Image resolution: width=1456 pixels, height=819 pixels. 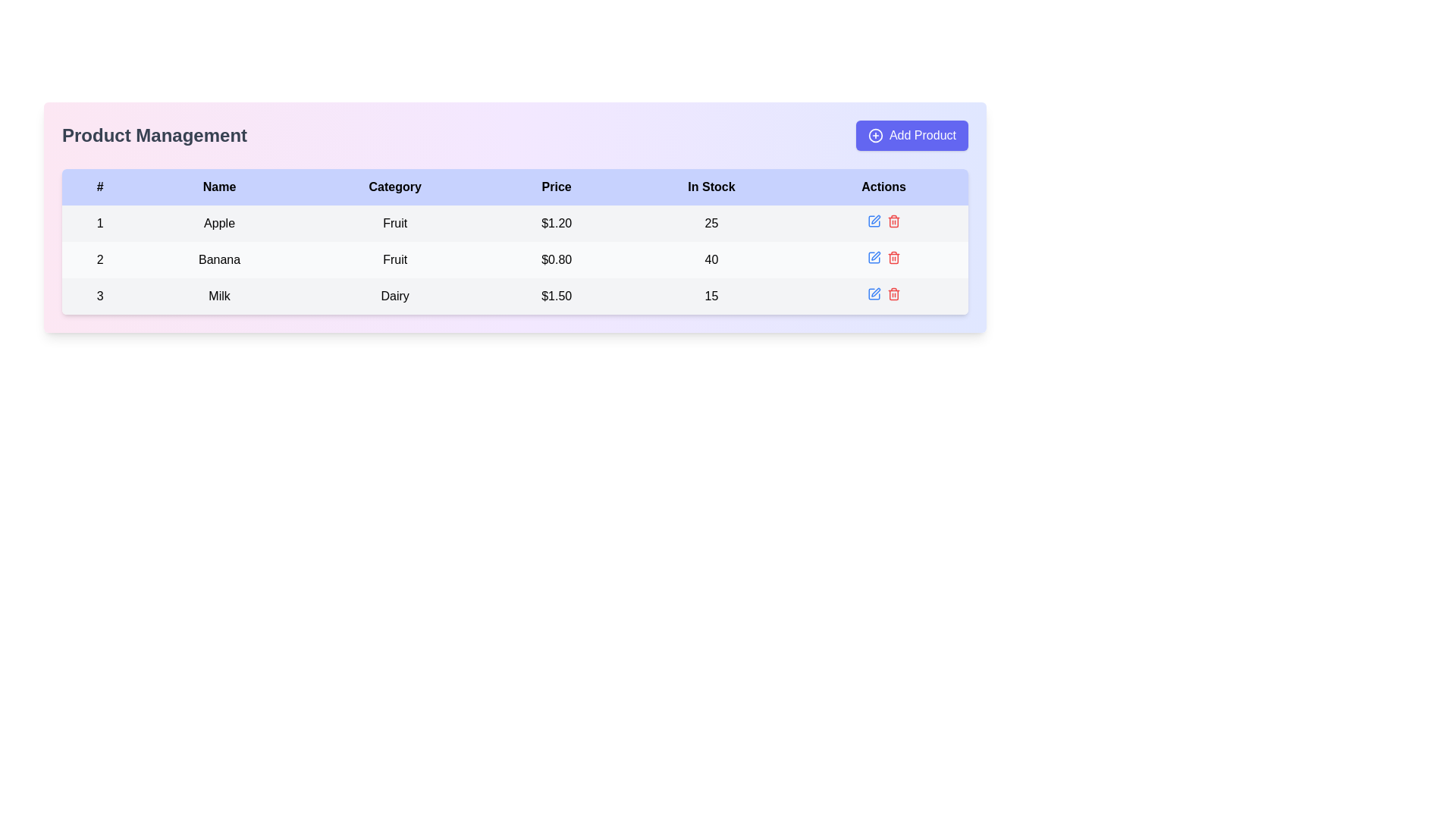 What do you see at coordinates (711, 186) in the screenshot?
I see `the 'Stock Availability' text label in the fifth column of the table header, which indicates the content related to stock availability` at bounding box center [711, 186].